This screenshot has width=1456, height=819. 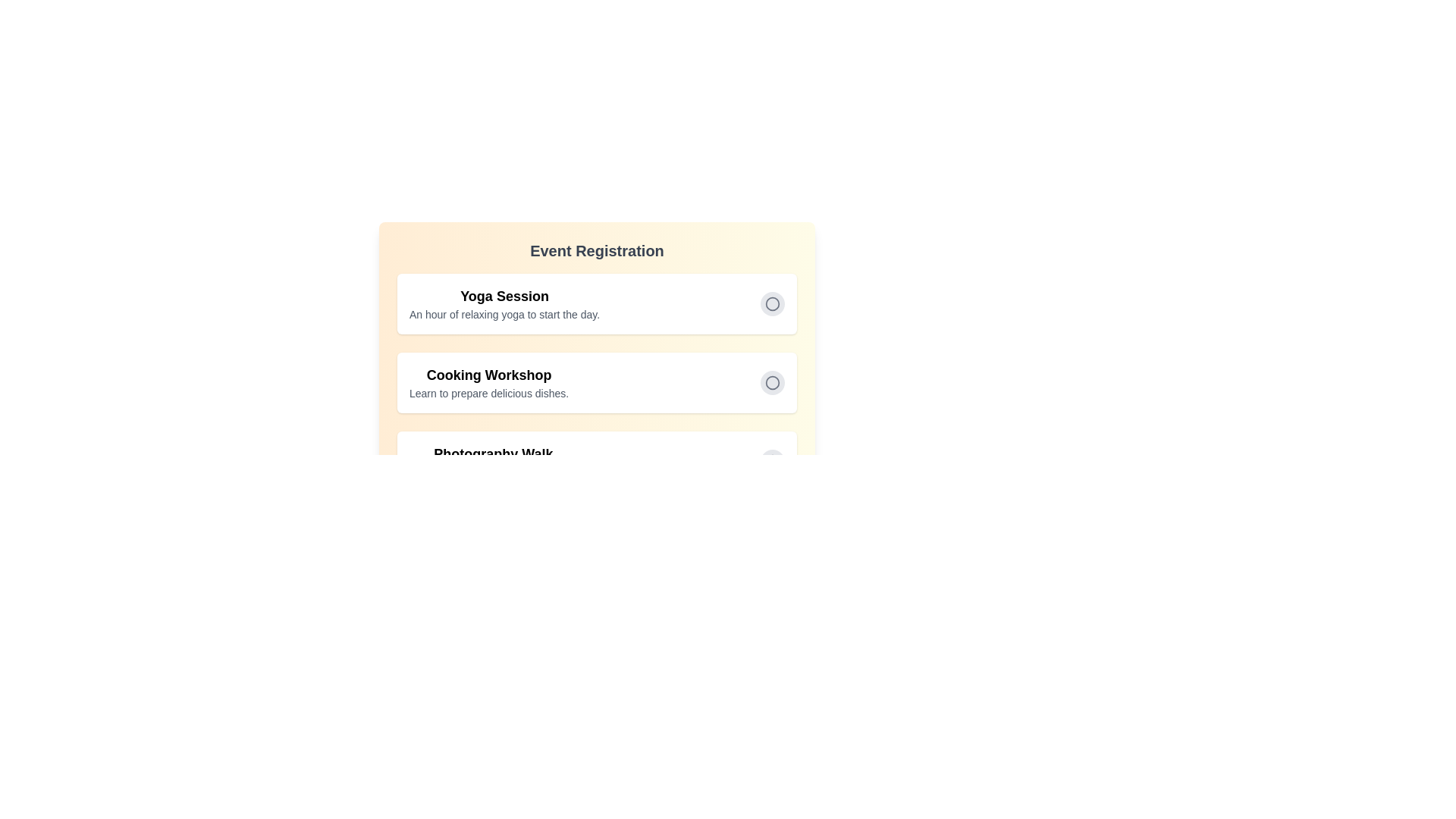 What do you see at coordinates (772, 382) in the screenshot?
I see `the activity Cooking Workshop` at bounding box center [772, 382].